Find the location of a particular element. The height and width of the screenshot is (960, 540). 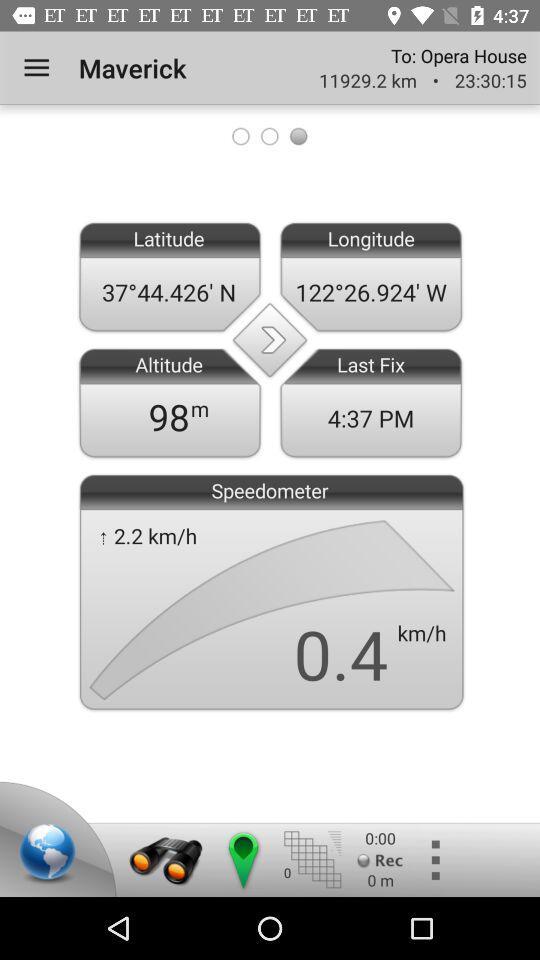

the record button is located at coordinates (380, 859).